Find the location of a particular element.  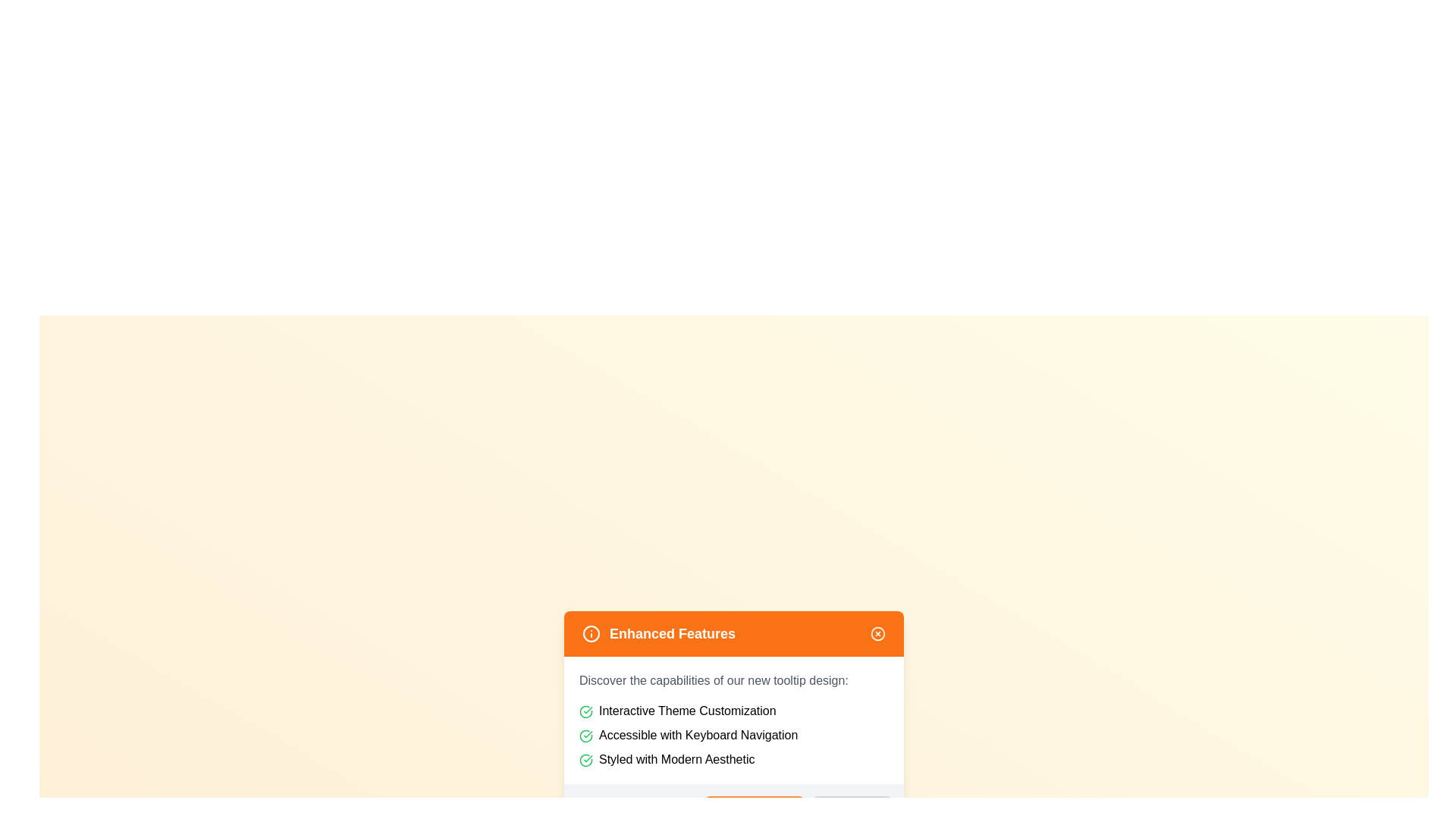

the green checkmark icon enclosed in a circle, which is the first icon in the list under 'Interactive Theme Customization' is located at coordinates (585, 711).